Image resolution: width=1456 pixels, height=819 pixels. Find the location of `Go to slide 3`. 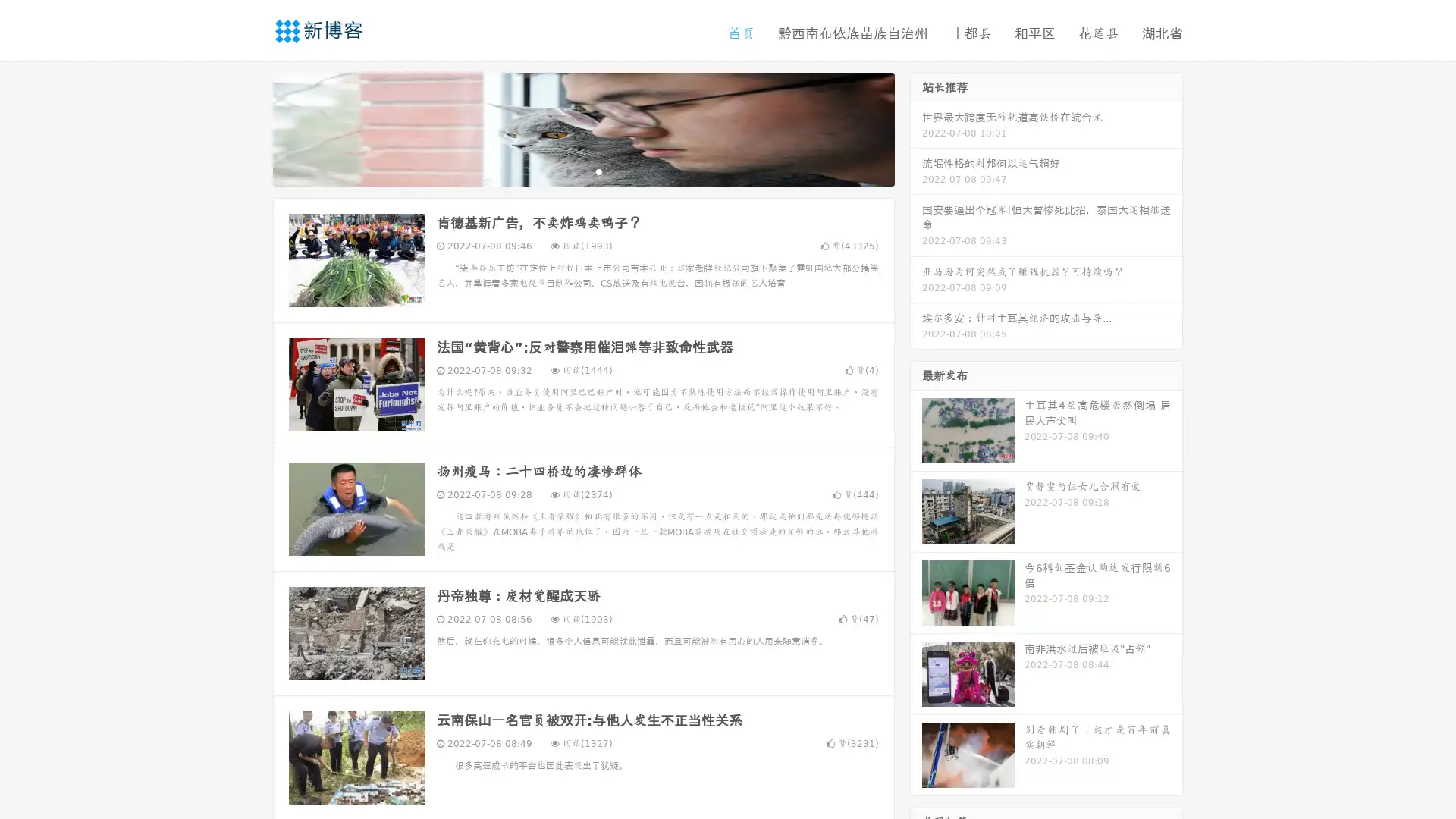

Go to slide 3 is located at coordinates (598, 171).